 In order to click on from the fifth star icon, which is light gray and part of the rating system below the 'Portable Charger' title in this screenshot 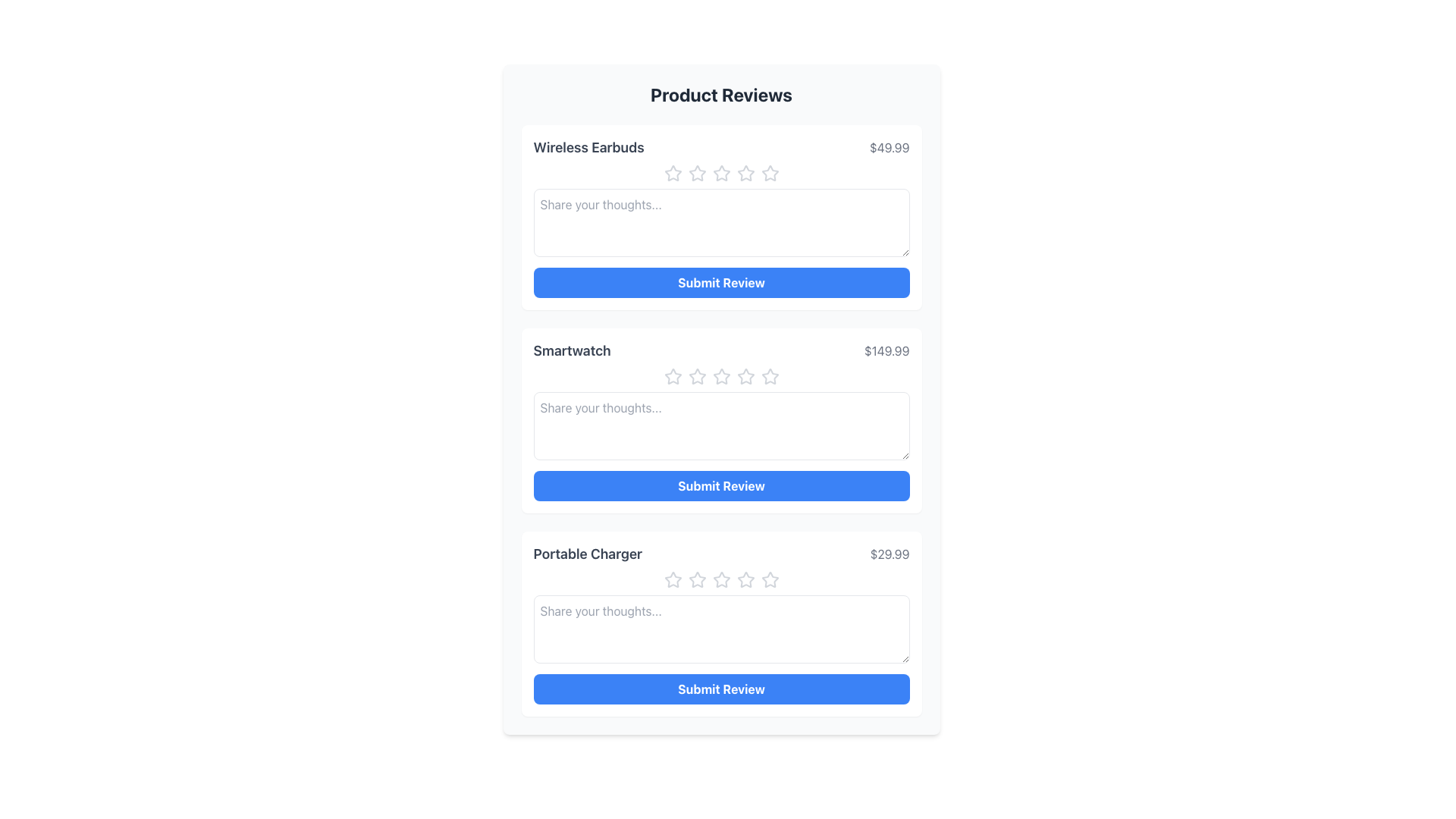, I will do `click(770, 579)`.